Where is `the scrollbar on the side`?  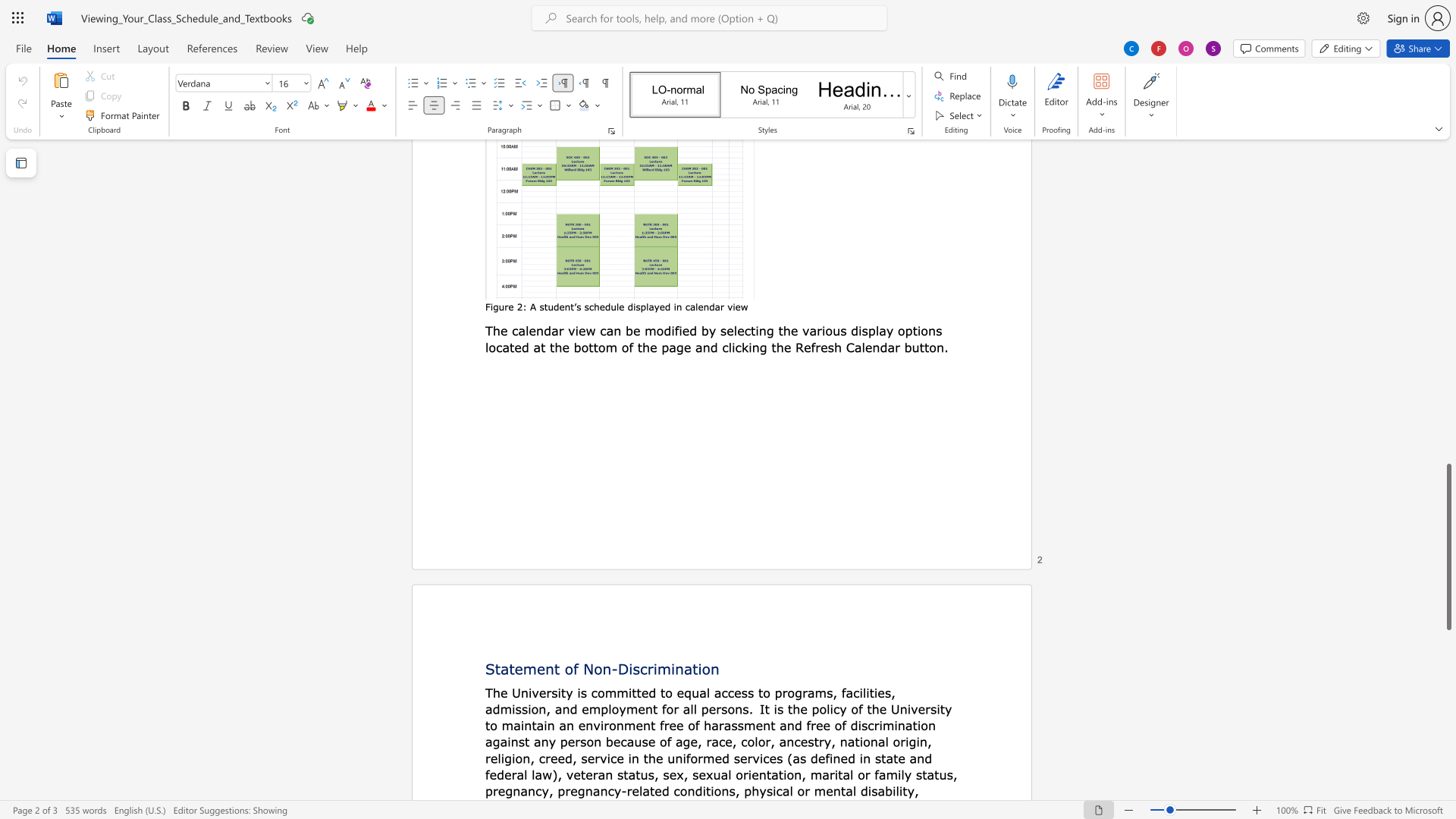 the scrollbar on the side is located at coordinates (1448, 394).